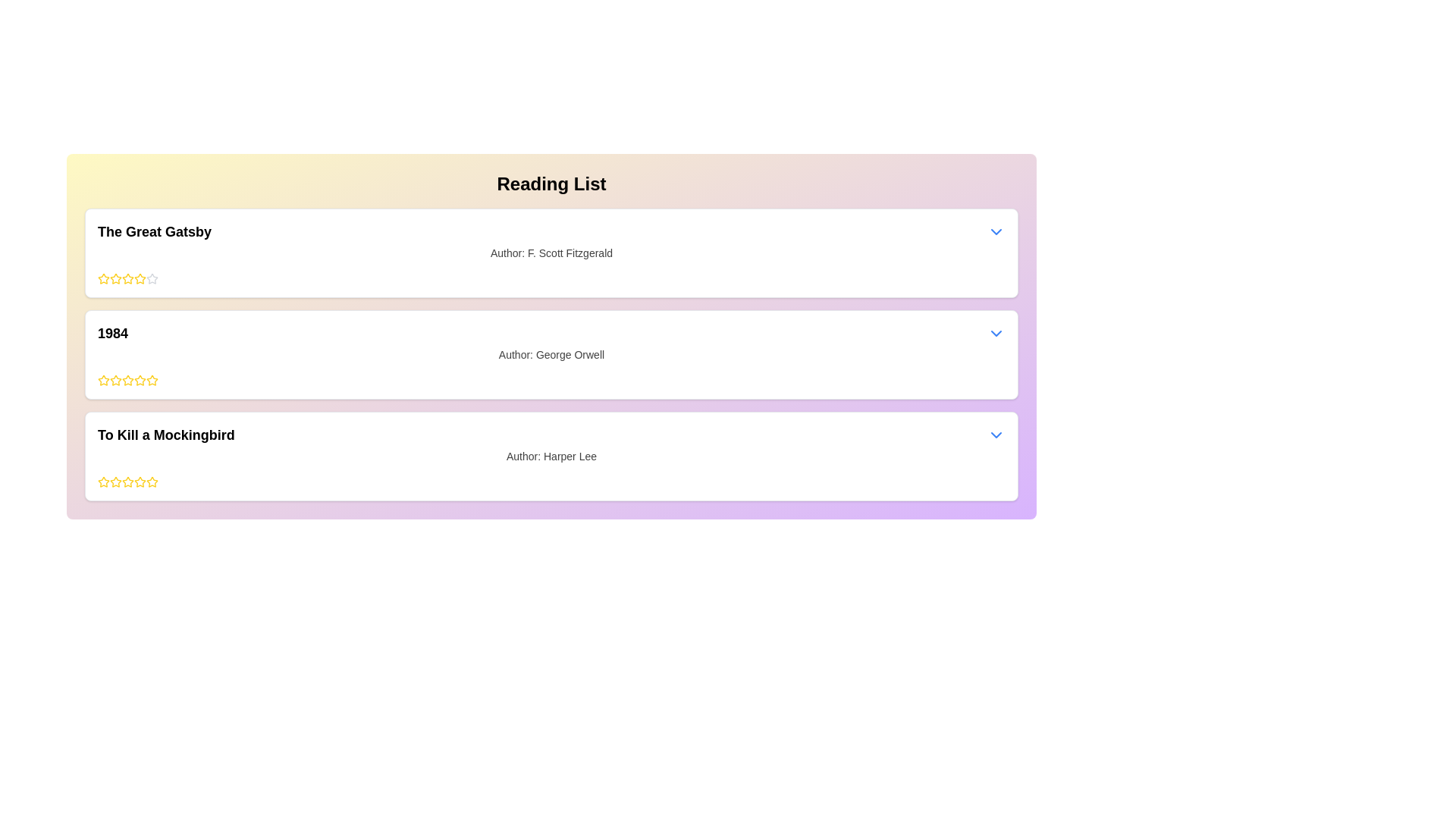 This screenshot has height=819, width=1456. What do you see at coordinates (115, 379) in the screenshot?
I see `the first star icon in the rating section of the '1984' book card to rate one star` at bounding box center [115, 379].